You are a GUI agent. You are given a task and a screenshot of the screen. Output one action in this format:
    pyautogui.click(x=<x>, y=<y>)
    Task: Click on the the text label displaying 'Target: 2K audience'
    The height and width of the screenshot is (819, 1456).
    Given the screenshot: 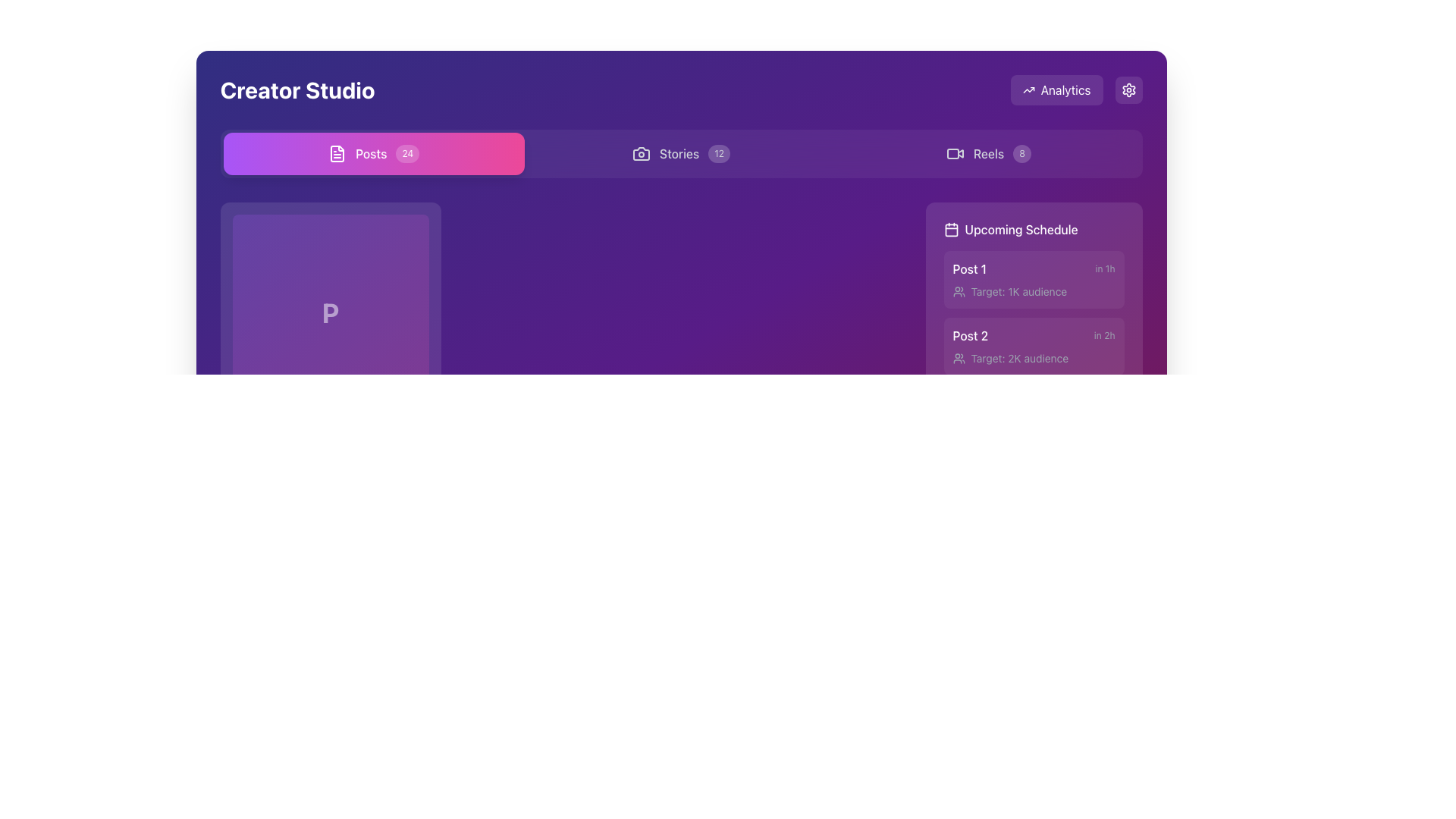 What is the action you would take?
    pyautogui.click(x=1019, y=359)
    